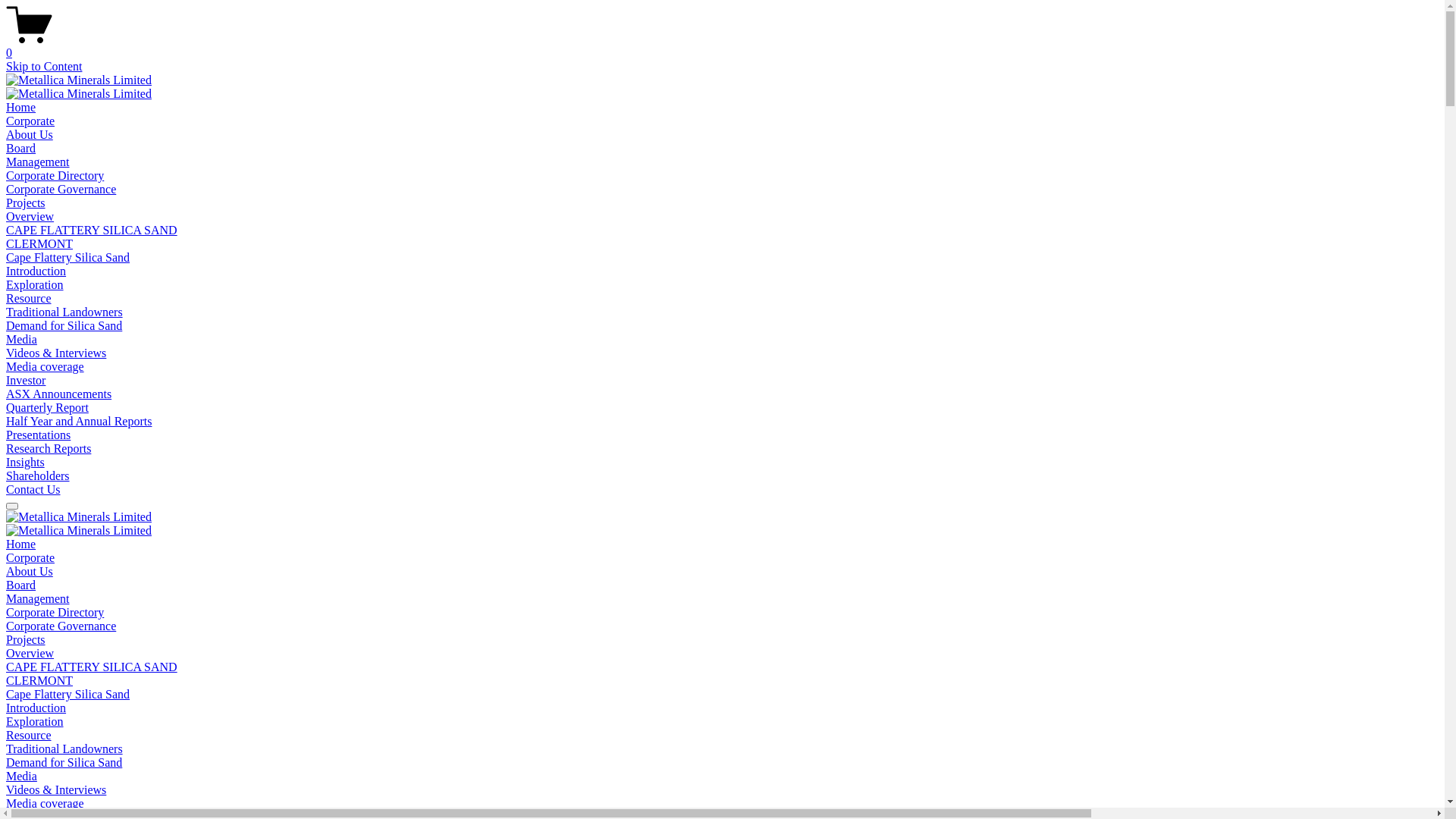  Describe the element at coordinates (6, 776) in the screenshot. I see `'Media'` at that location.